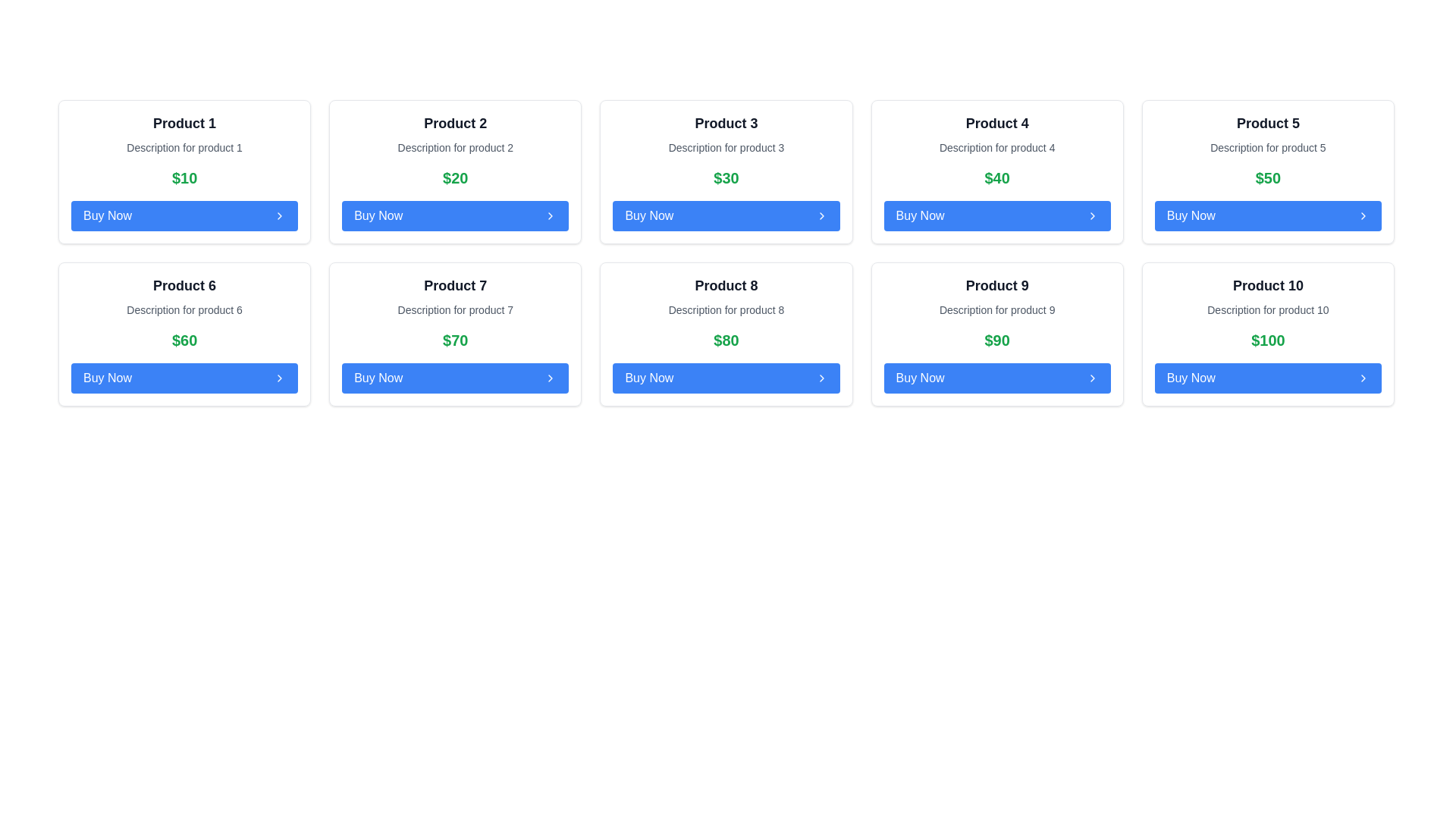 The height and width of the screenshot is (819, 1456). I want to click on the static text displaying the price of 'Product 9', located in the bottom-left corner of its card, centrally positioned between the product description and the purchase button, so click(997, 339).